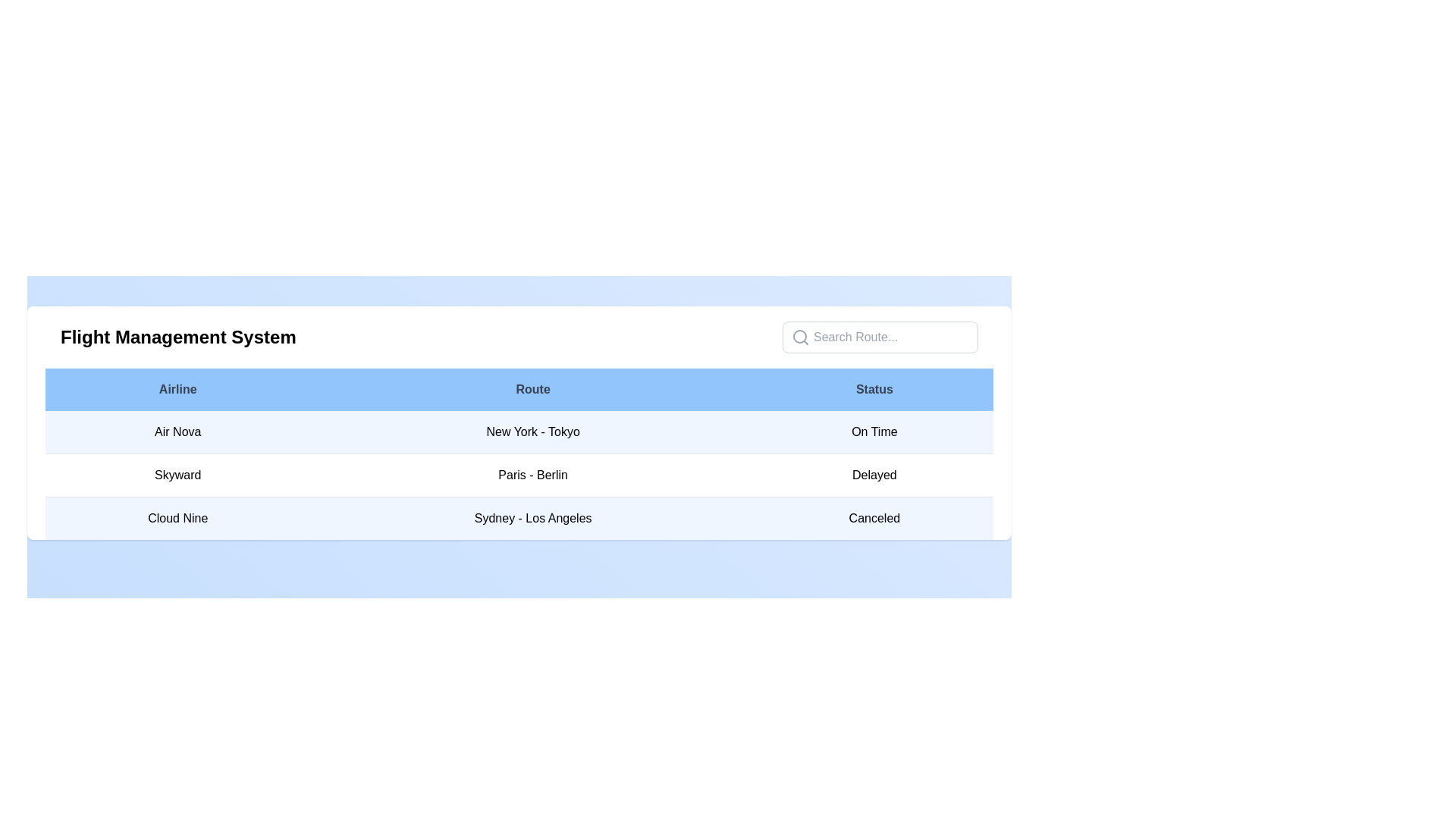 This screenshot has width=1456, height=819. What do you see at coordinates (519, 516) in the screenshot?
I see `the third row in the Flight Management System table that contains details about the flight record for Cloud Nine from Sydney to Los Angeles, which is currently marked as Canceled` at bounding box center [519, 516].